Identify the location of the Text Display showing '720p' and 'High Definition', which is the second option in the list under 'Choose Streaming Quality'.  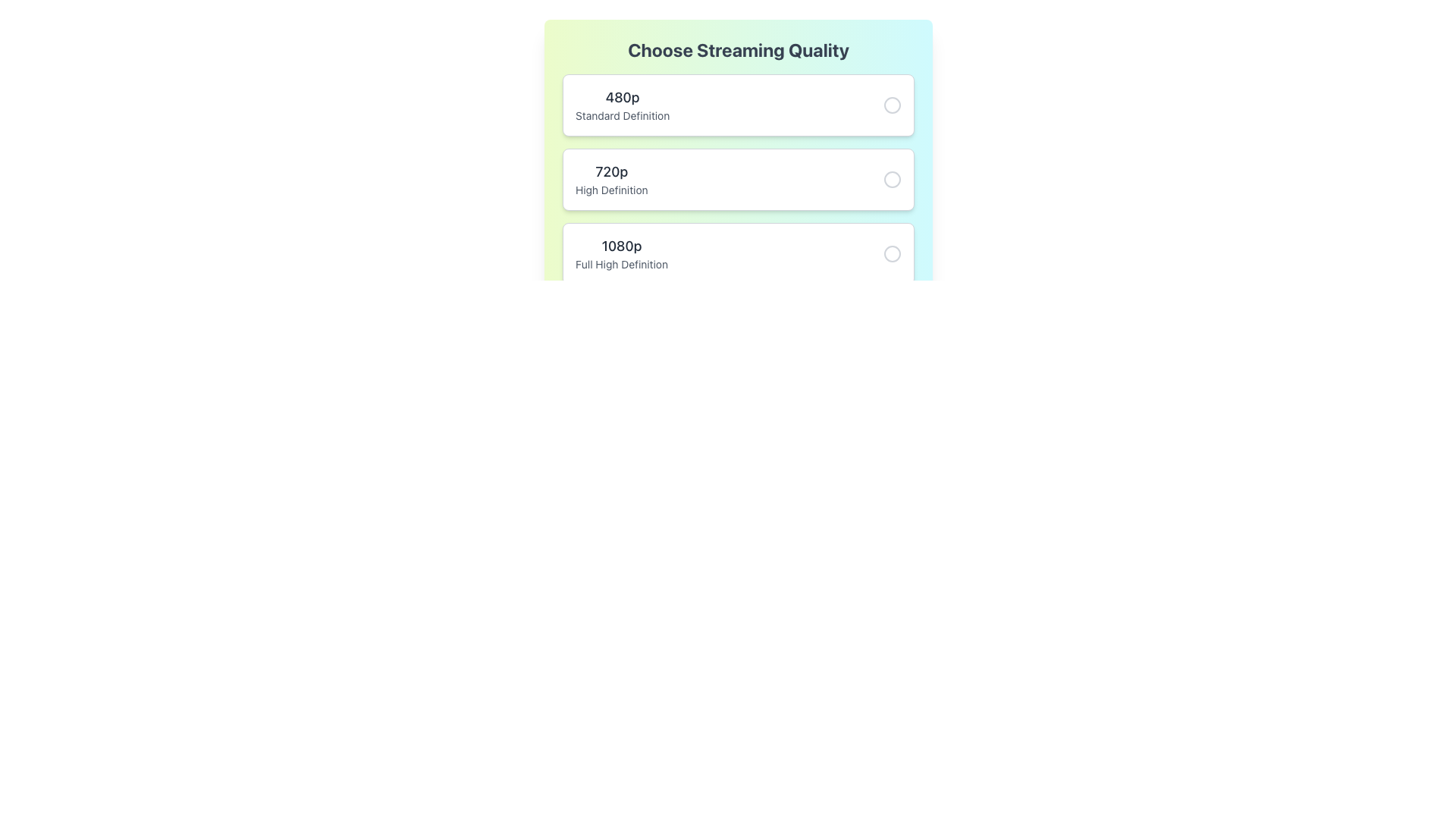
(611, 178).